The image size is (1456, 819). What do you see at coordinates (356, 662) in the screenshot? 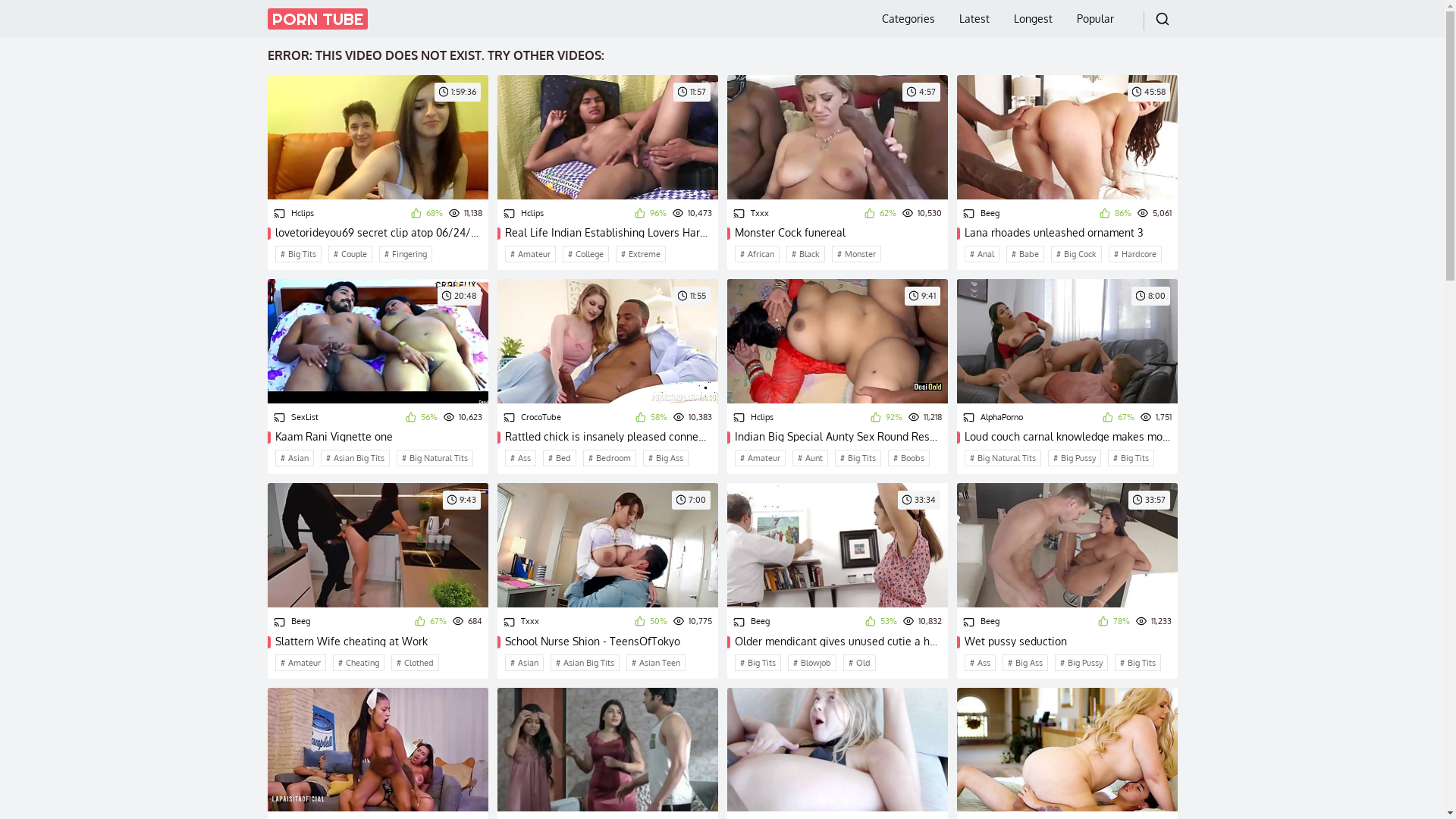
I see `'Cheating'` at bounding box center [356, 662].